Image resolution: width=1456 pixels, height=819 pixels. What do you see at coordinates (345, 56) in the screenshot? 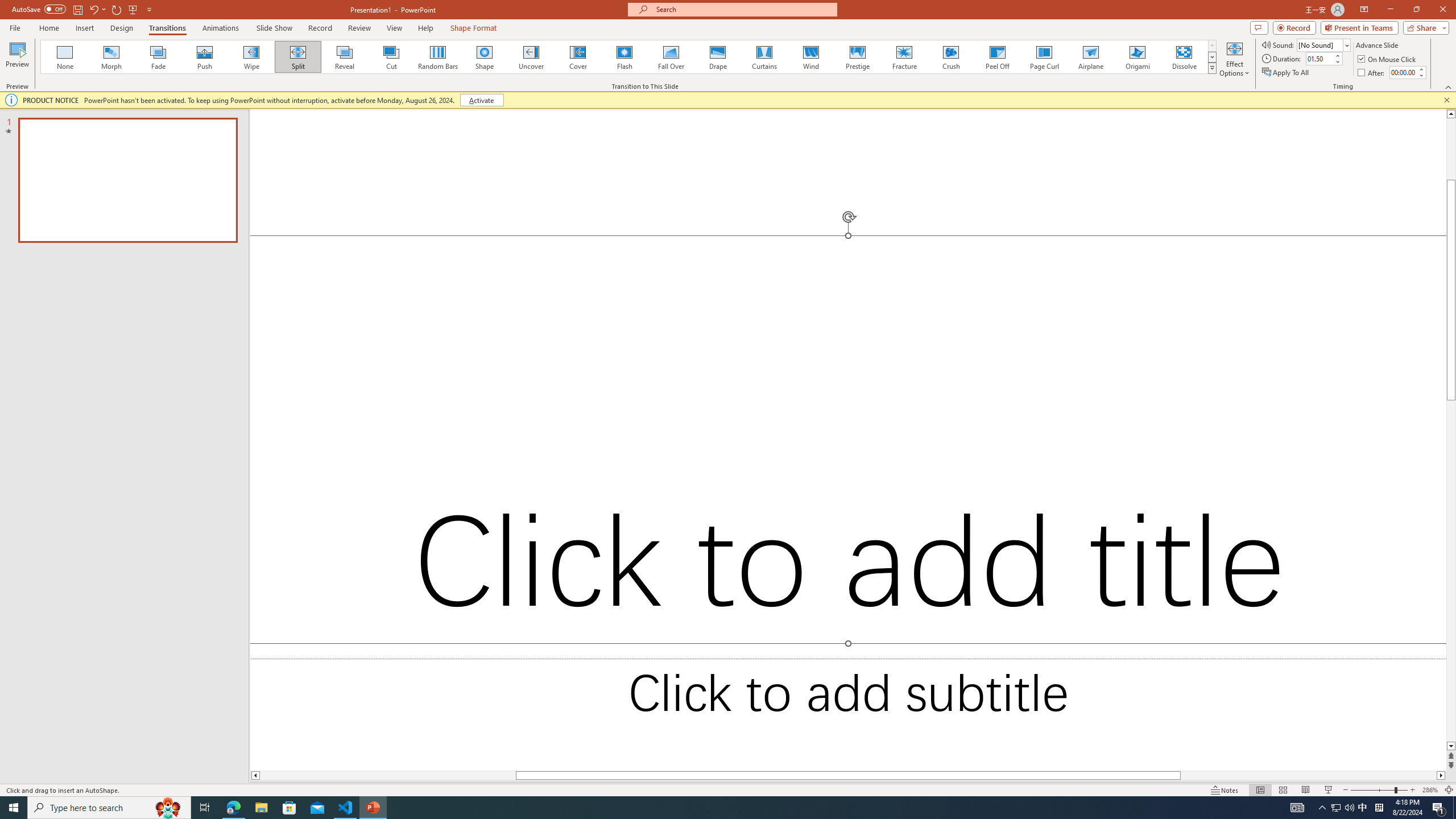
I see `'Reveal'` at bounding box center [345, 56].